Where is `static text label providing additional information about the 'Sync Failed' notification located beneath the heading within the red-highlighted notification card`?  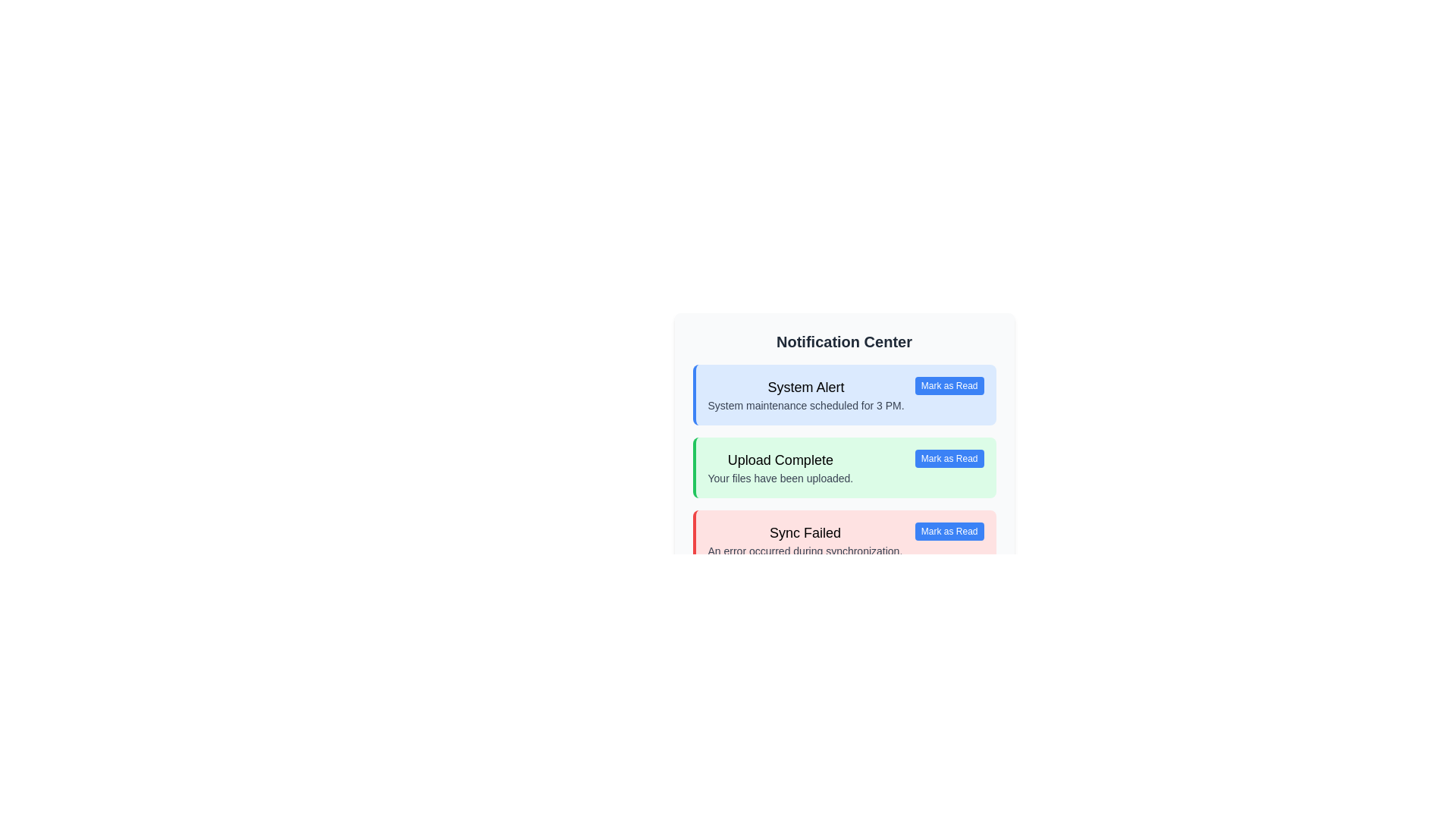 static text label providing additional information about the 'Sync Failed' notification located beneath the heading within the red-highlighted notification card is located at coordinates (804, 551).